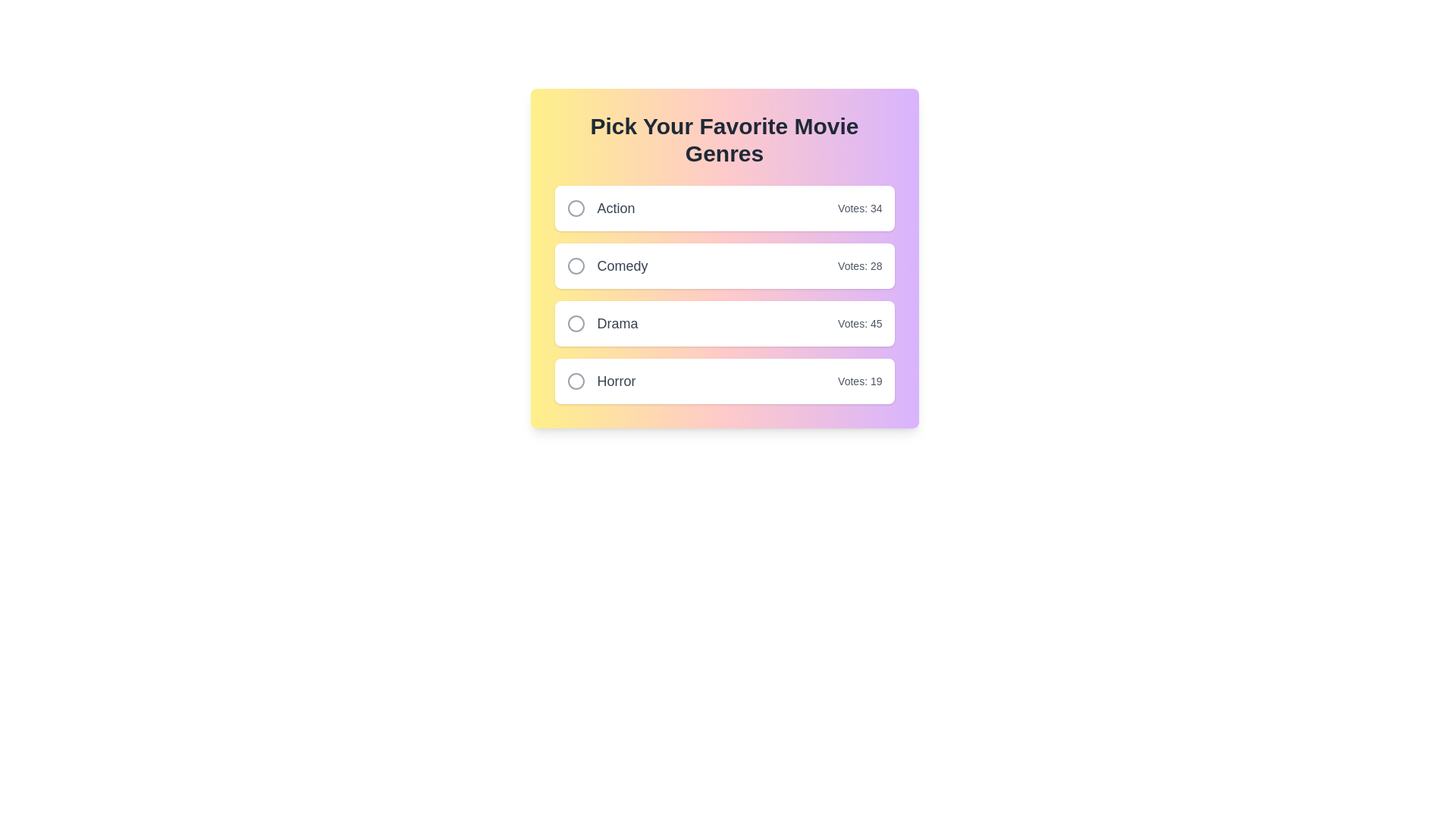  I want to click on the genre Drama, so click(575, 323).